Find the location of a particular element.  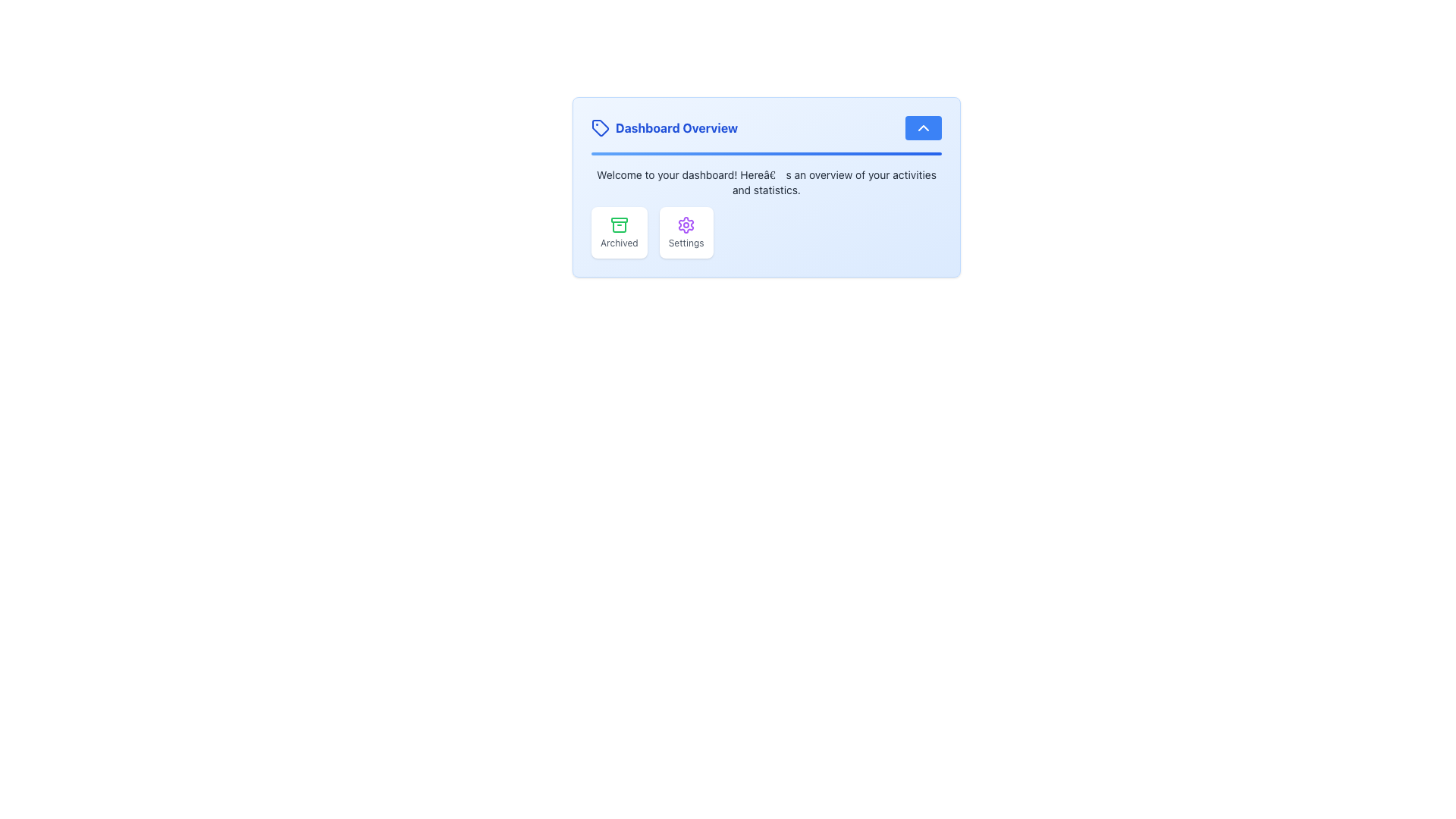

the settings icon is located at coordinates (686, 225).